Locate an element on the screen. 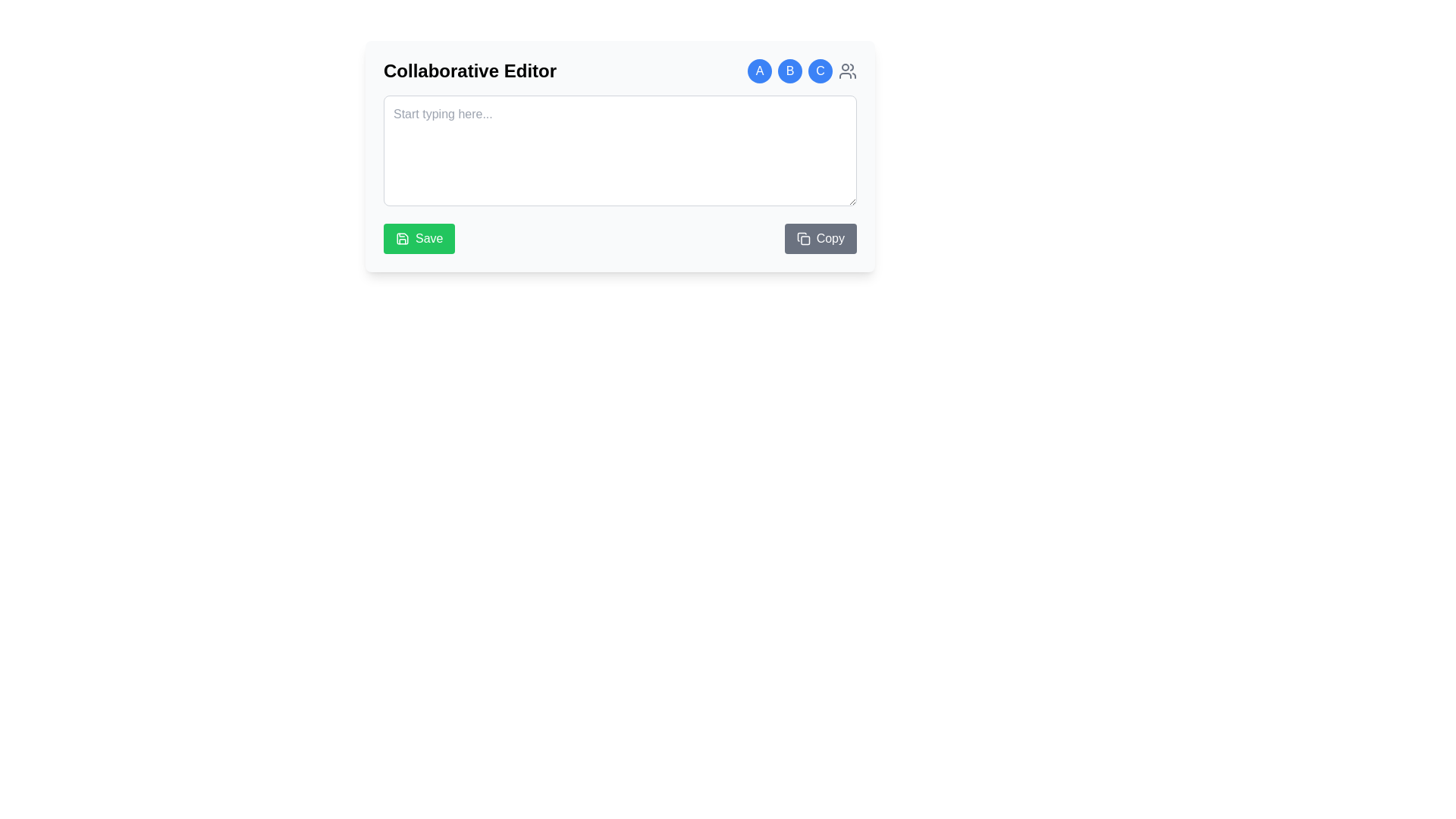 Image resolution: width=1456 pixels, height=819 pixels. the save icon located within the 'Save' button in the bottom-left section of the Collaborative Editor interface is located at coordinates (403, 239).